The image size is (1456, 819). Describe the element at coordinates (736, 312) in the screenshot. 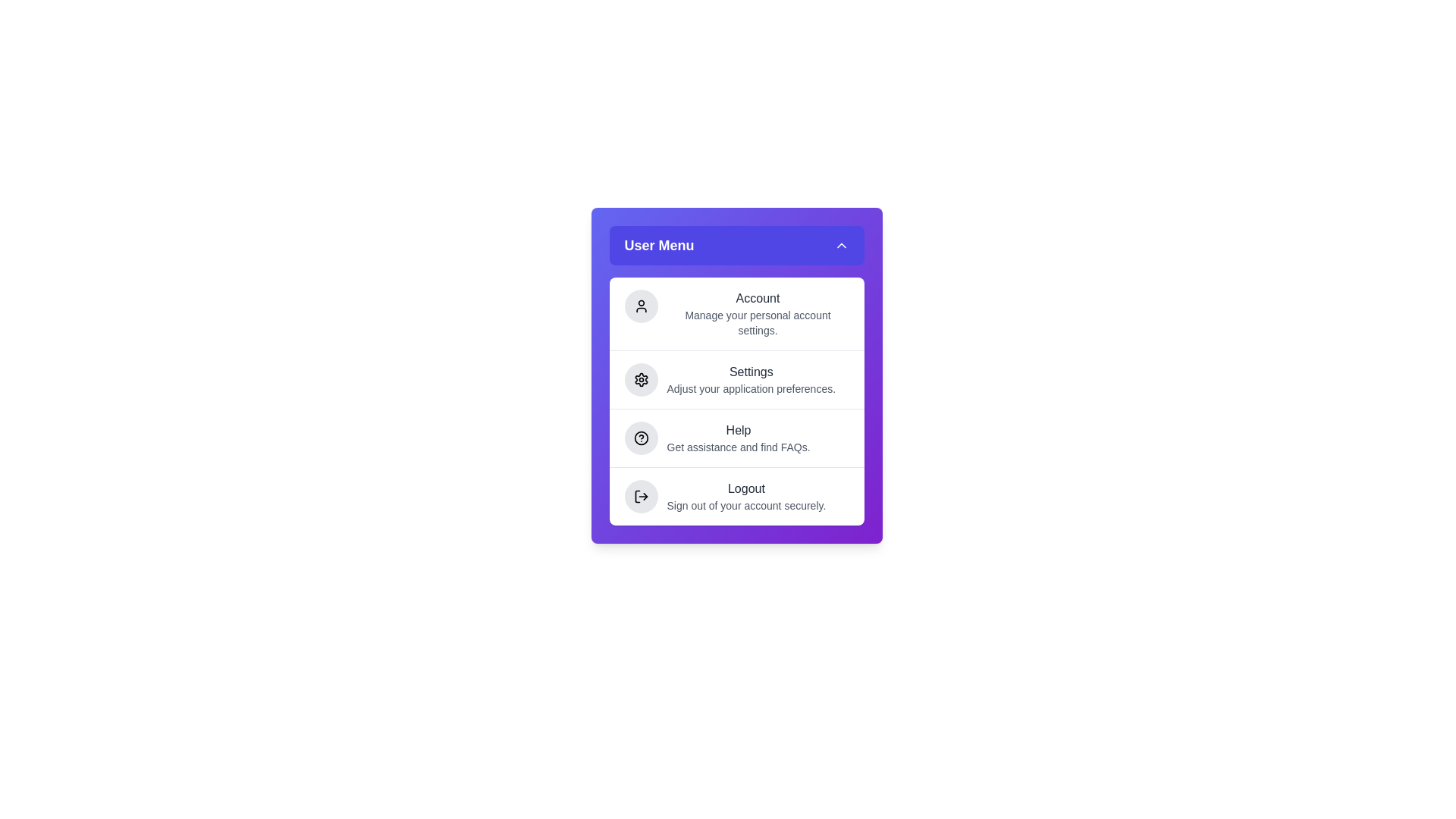

I see `the menu item Account to view its highlight effect` at that location.